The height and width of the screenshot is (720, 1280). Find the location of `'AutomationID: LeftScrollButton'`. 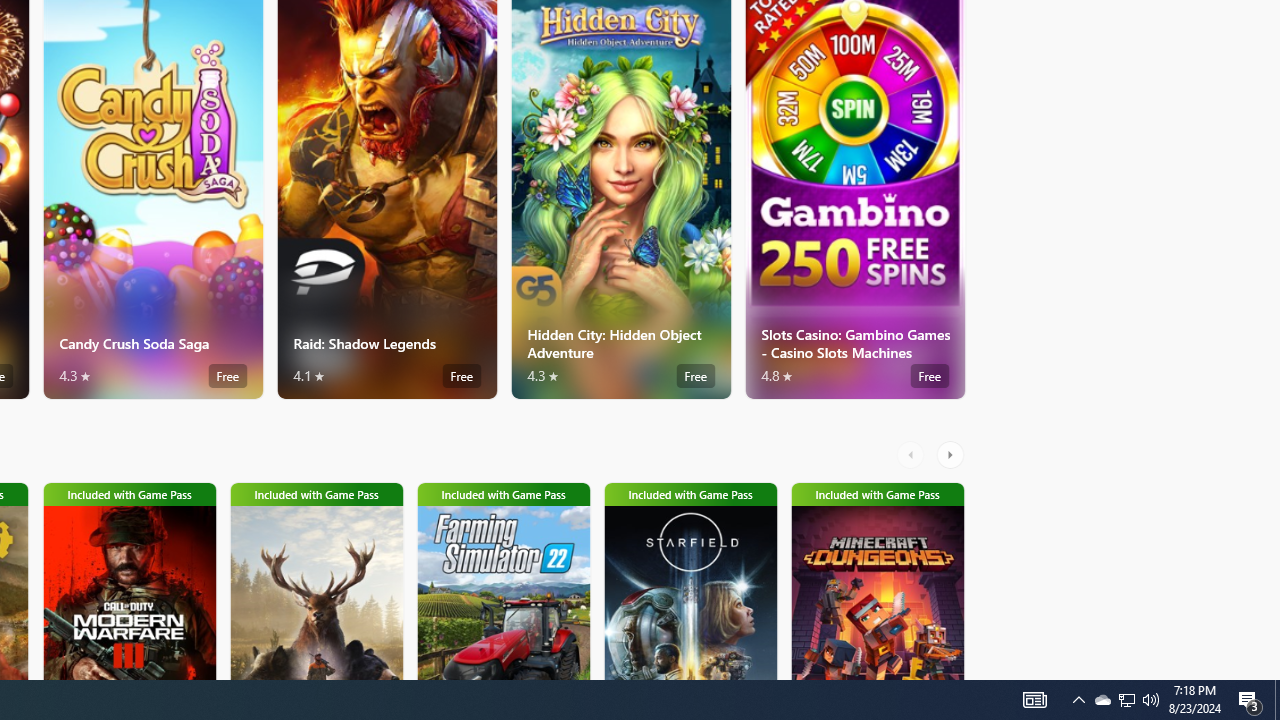

'AutomationID: LeftScrollButton' is located at coordinates (912, 455).